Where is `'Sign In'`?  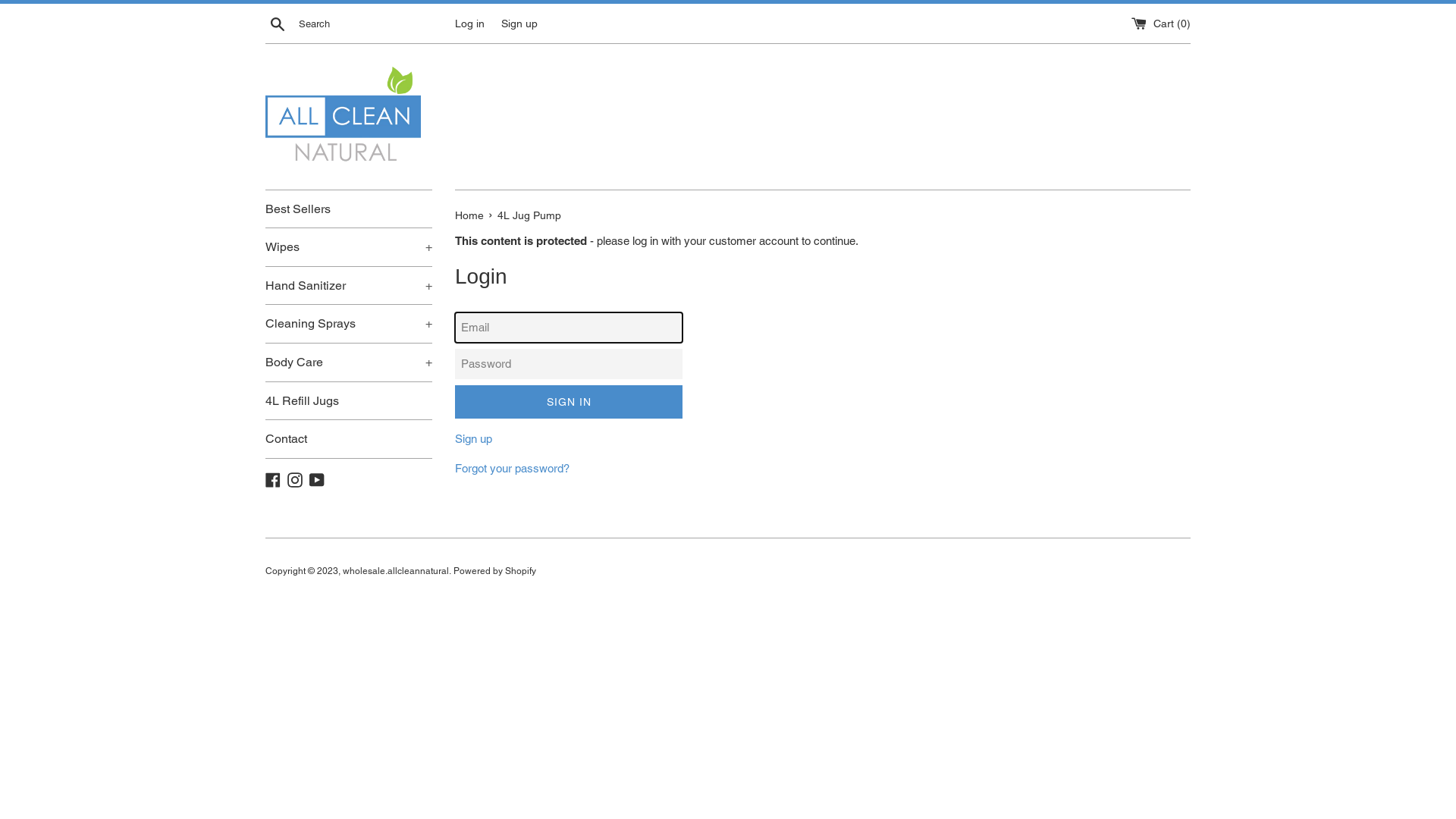 'Sign In' is located at coordinates (567, 401).